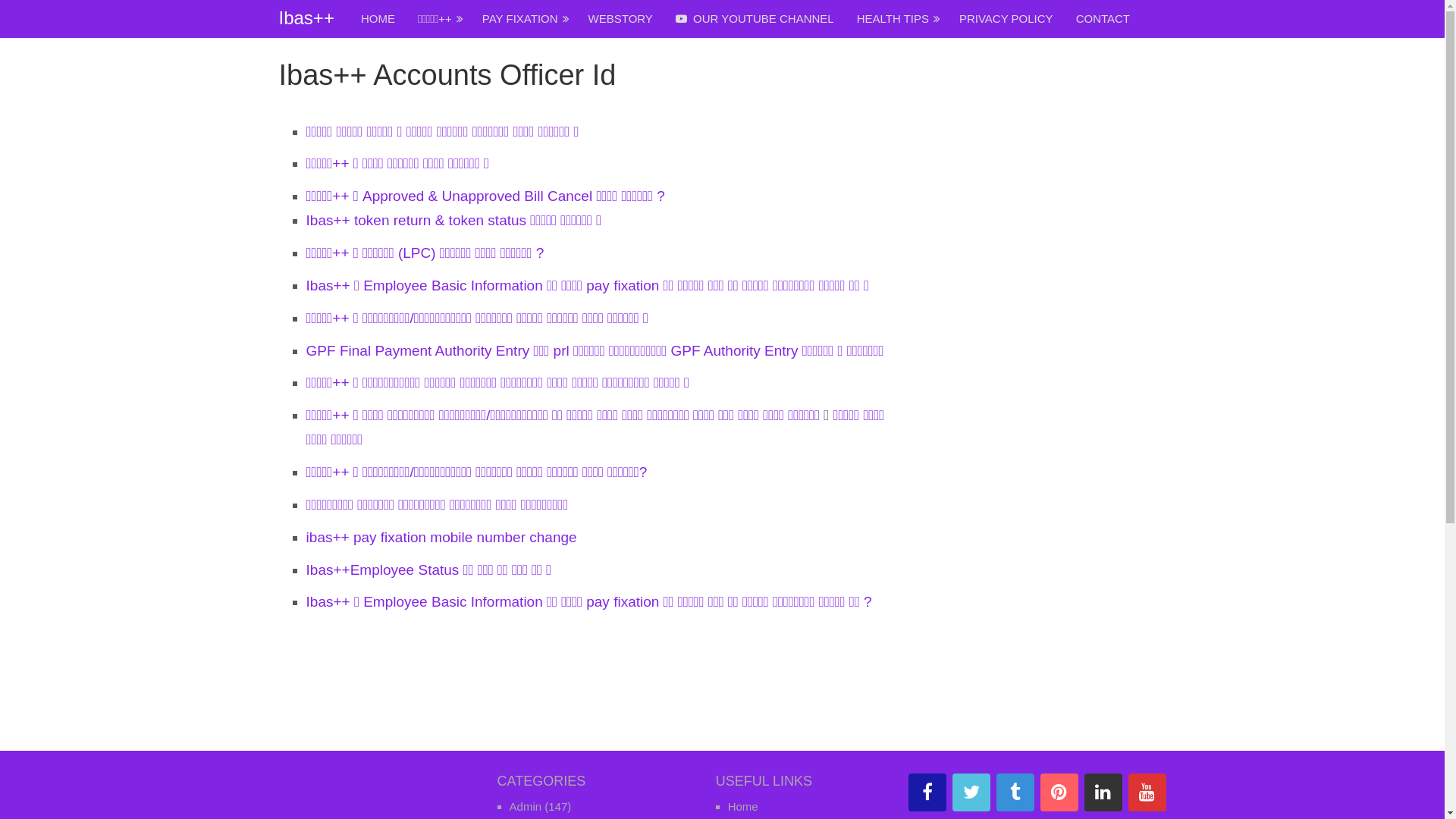  I want to click on 'WEBSTORY', so click(620, 18).